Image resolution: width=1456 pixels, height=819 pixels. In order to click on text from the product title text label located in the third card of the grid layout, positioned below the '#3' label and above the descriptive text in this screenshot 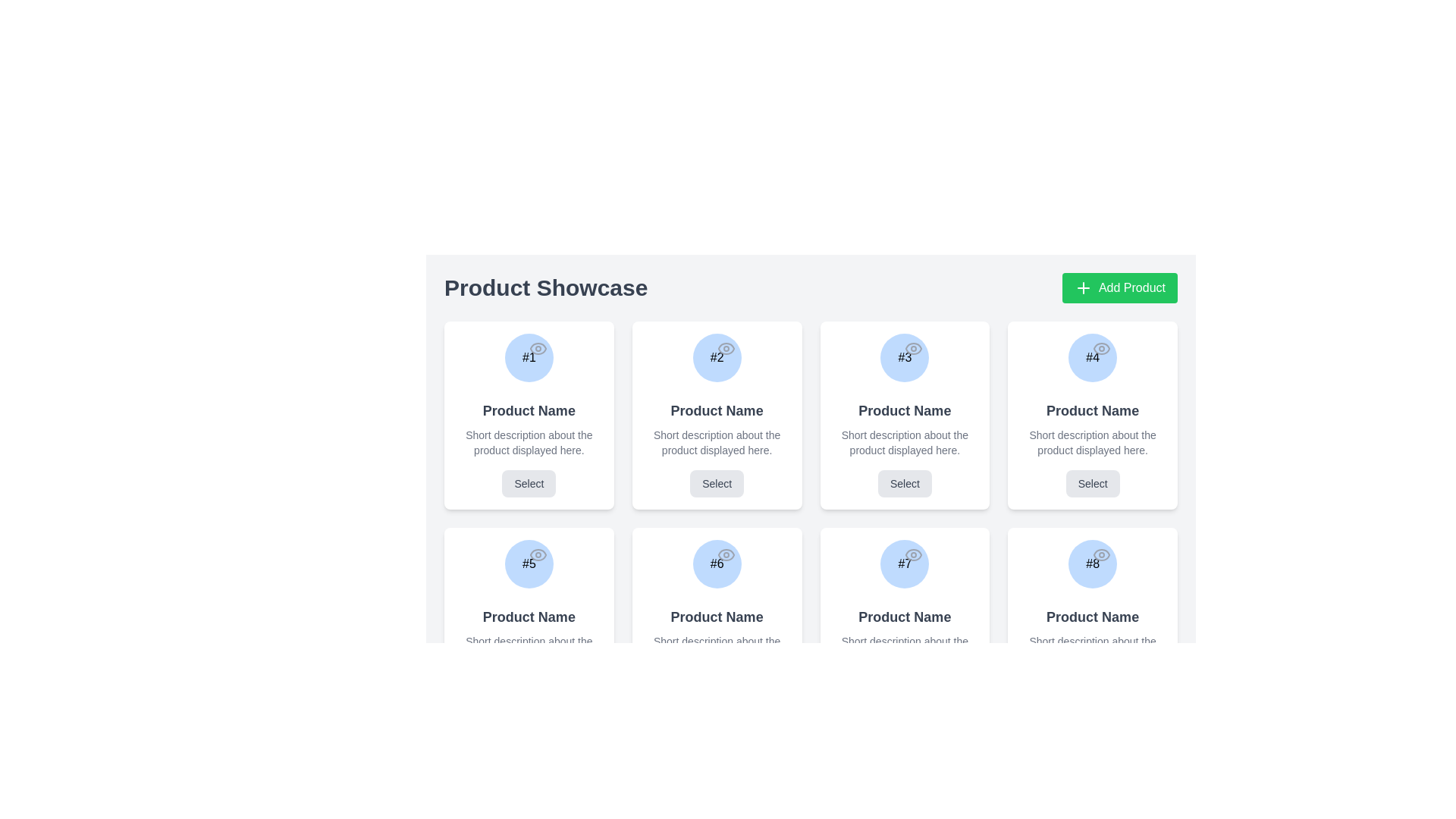, I will do `click(905, 411)`.